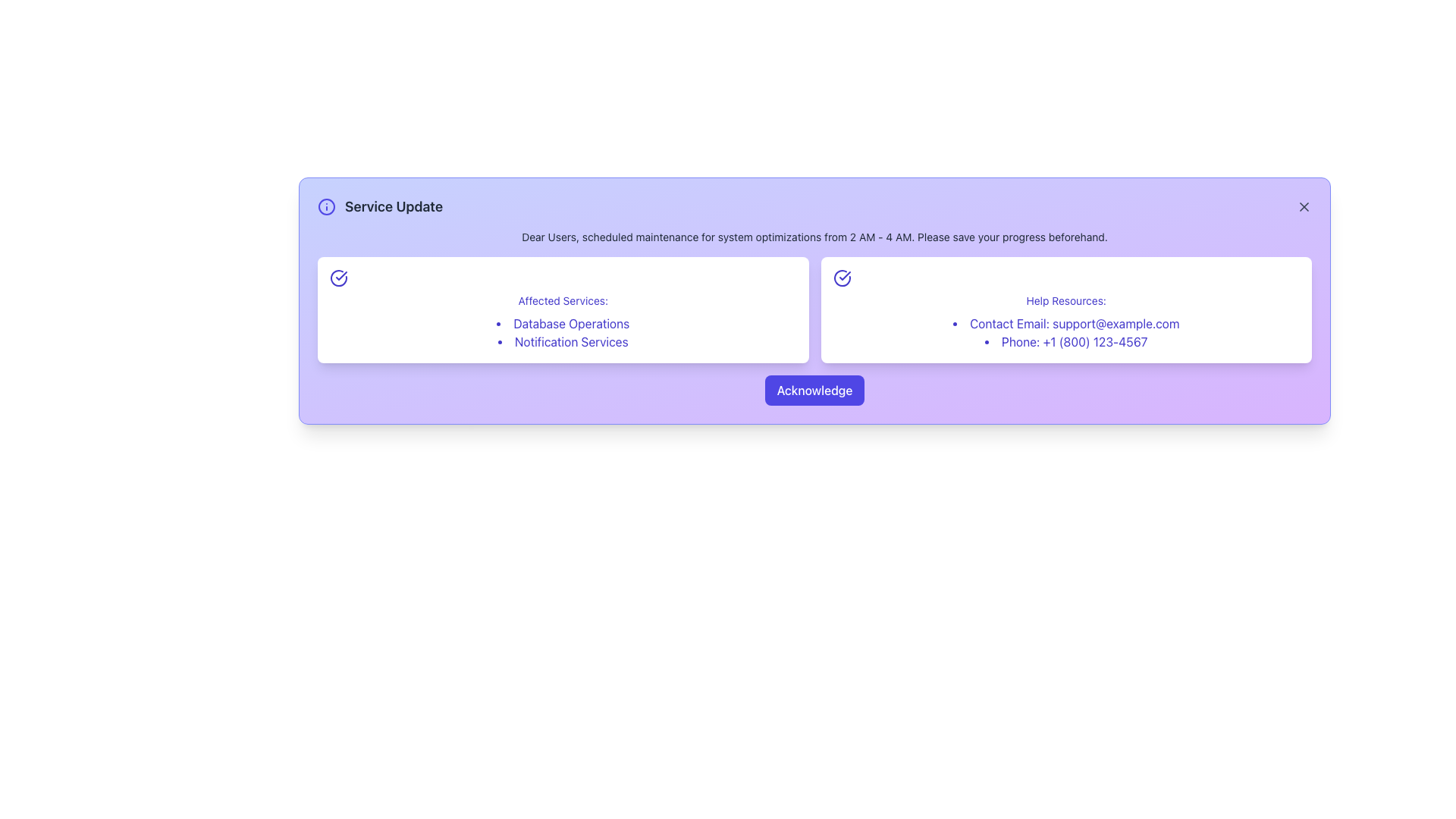  Describe the element at coordinates (814, 237) in the screenshot. I see `the text element that informs users of scheduled maintenance, located within the notification card below the title 'Service Update'` at that location.